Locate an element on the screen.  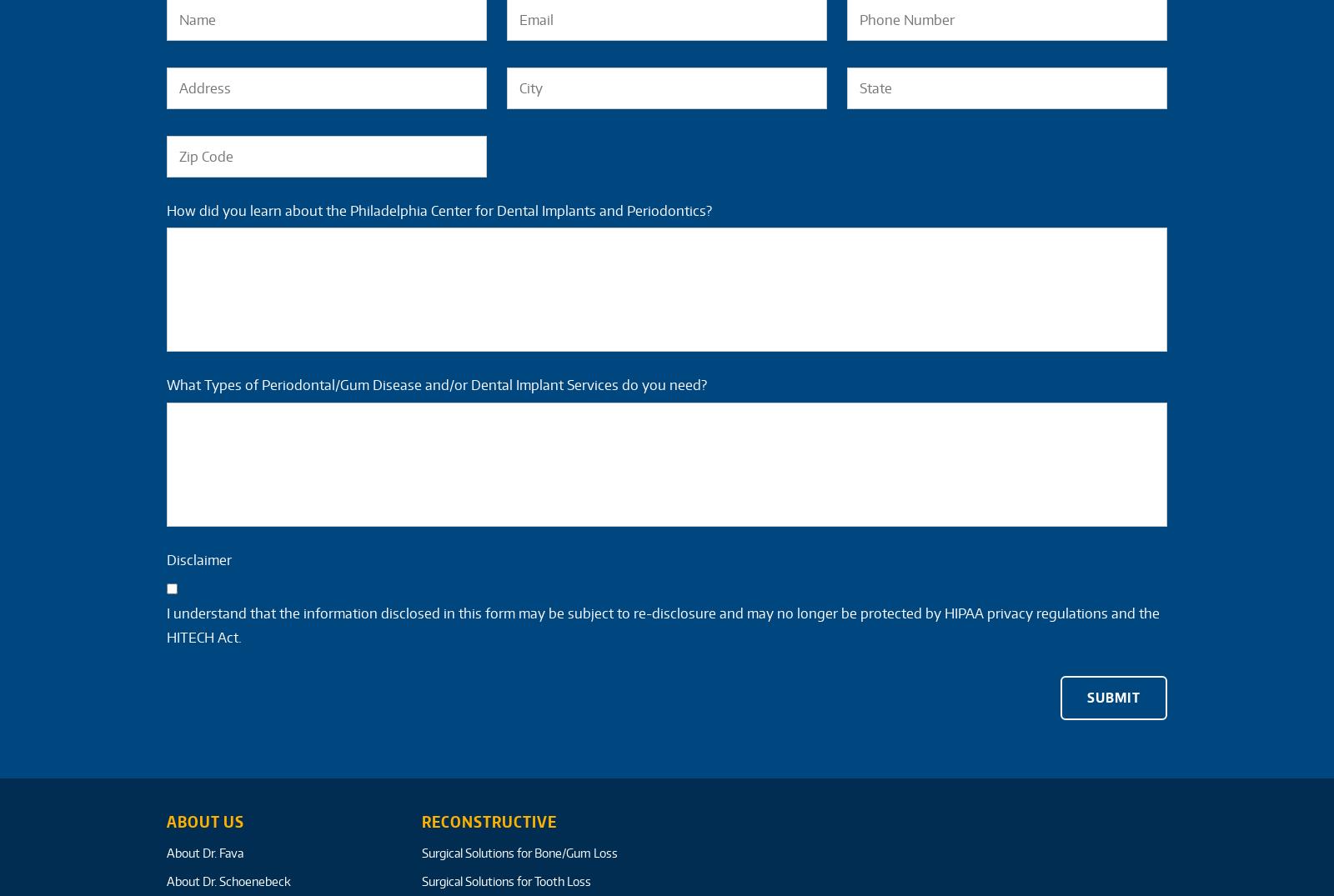
'About Dr. Schoenebeck' is located at coordinates (228, 881).